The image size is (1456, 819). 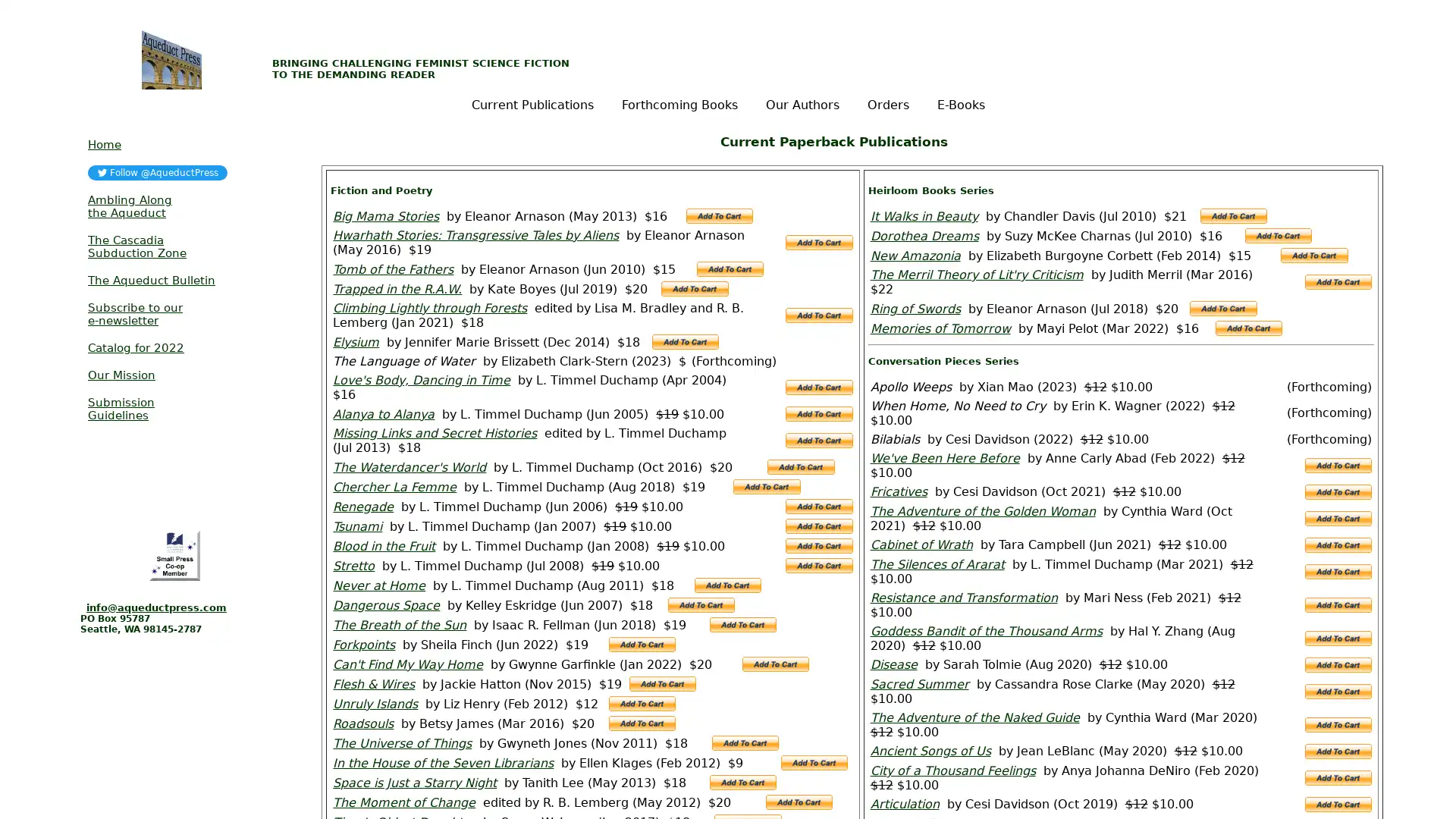 I want to click on Make payments with PayPal - it\'s fast, free and secure!, so click(x=641, y=722).